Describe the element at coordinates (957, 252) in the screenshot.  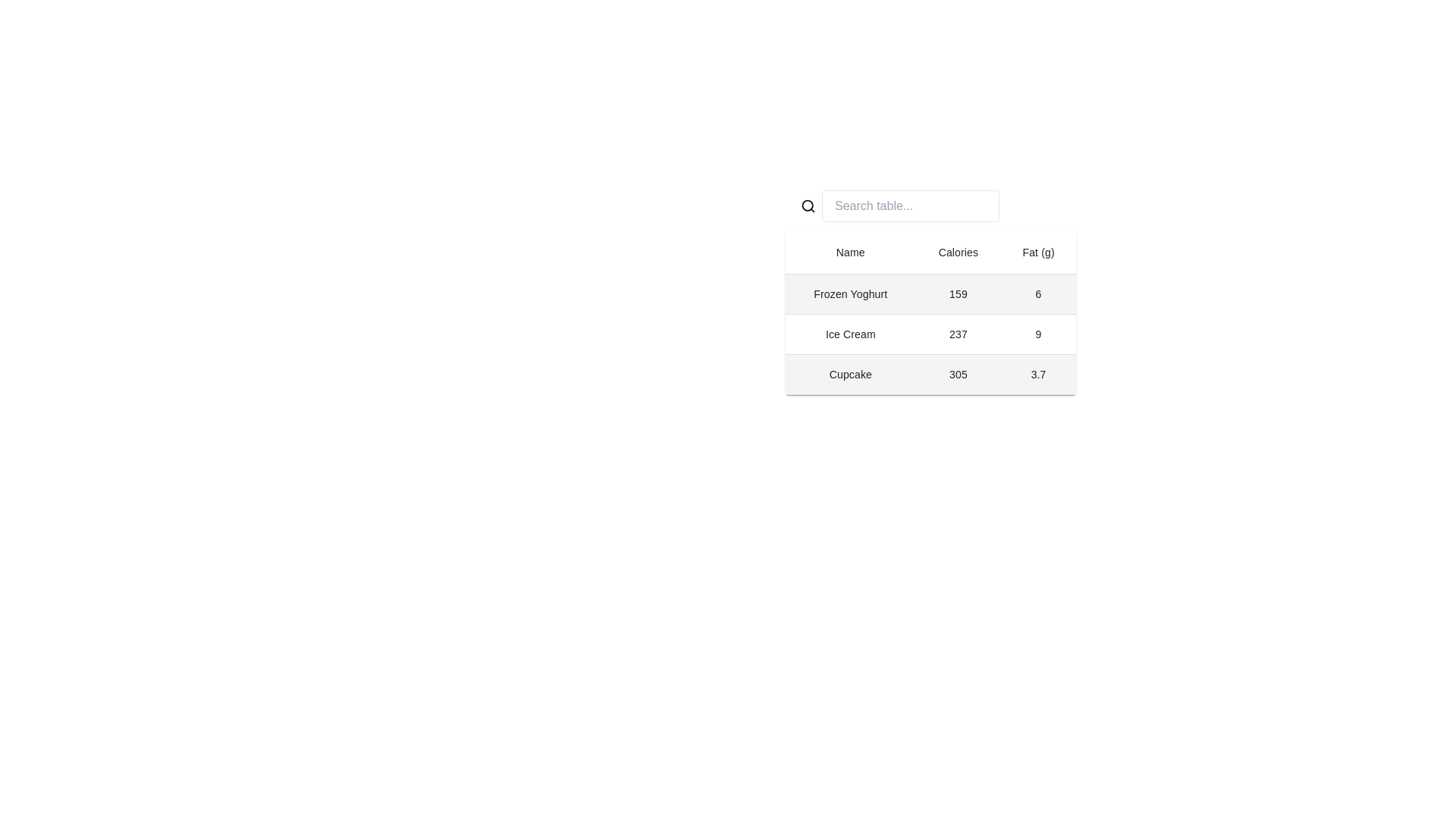
I see `the 'Calories' table header cell to sort the column data` at that location.